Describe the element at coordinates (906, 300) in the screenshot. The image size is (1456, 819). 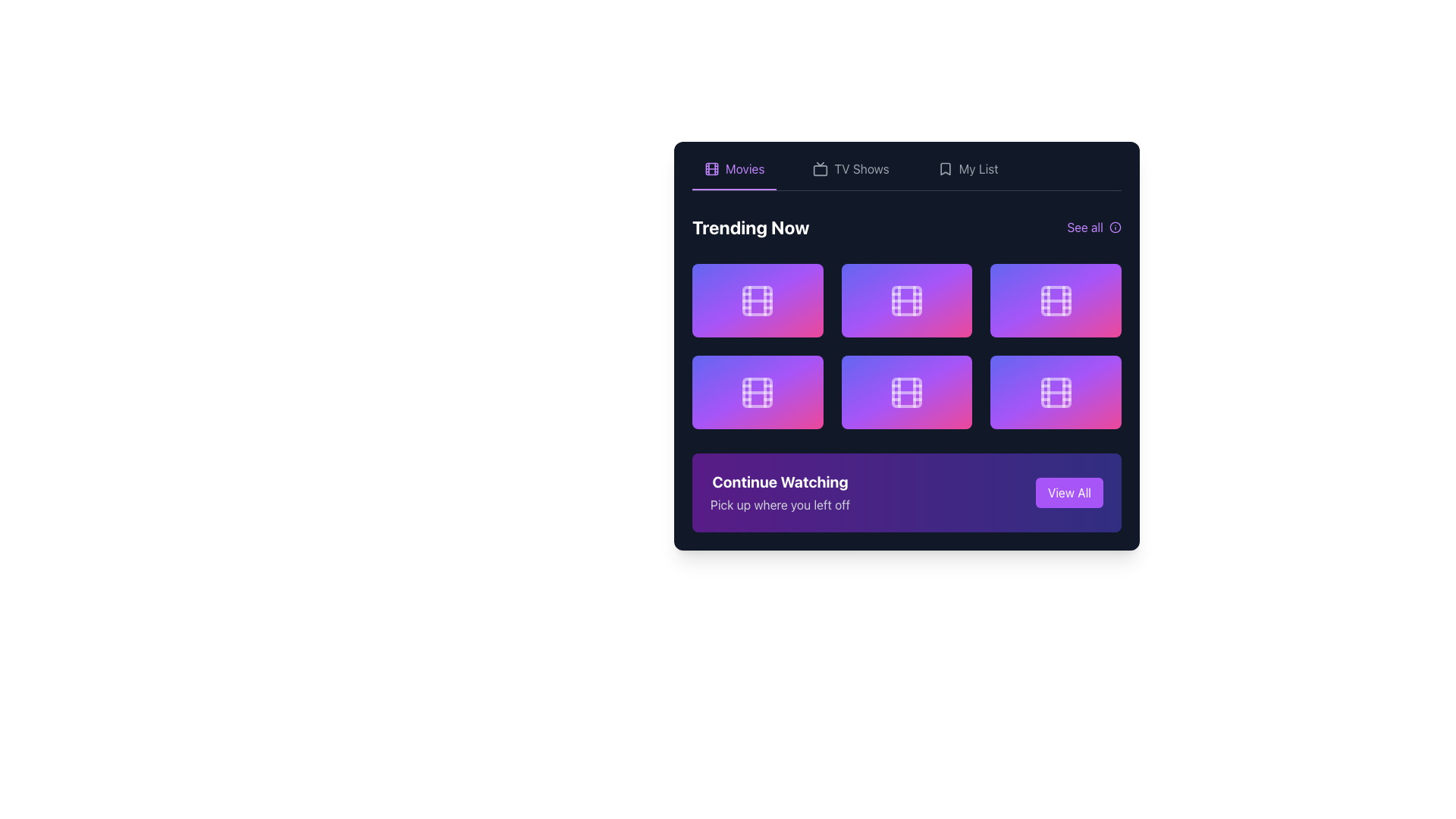
I see `the media item icon located in the second row and middle column of the 'Trending Now' section` at that location.